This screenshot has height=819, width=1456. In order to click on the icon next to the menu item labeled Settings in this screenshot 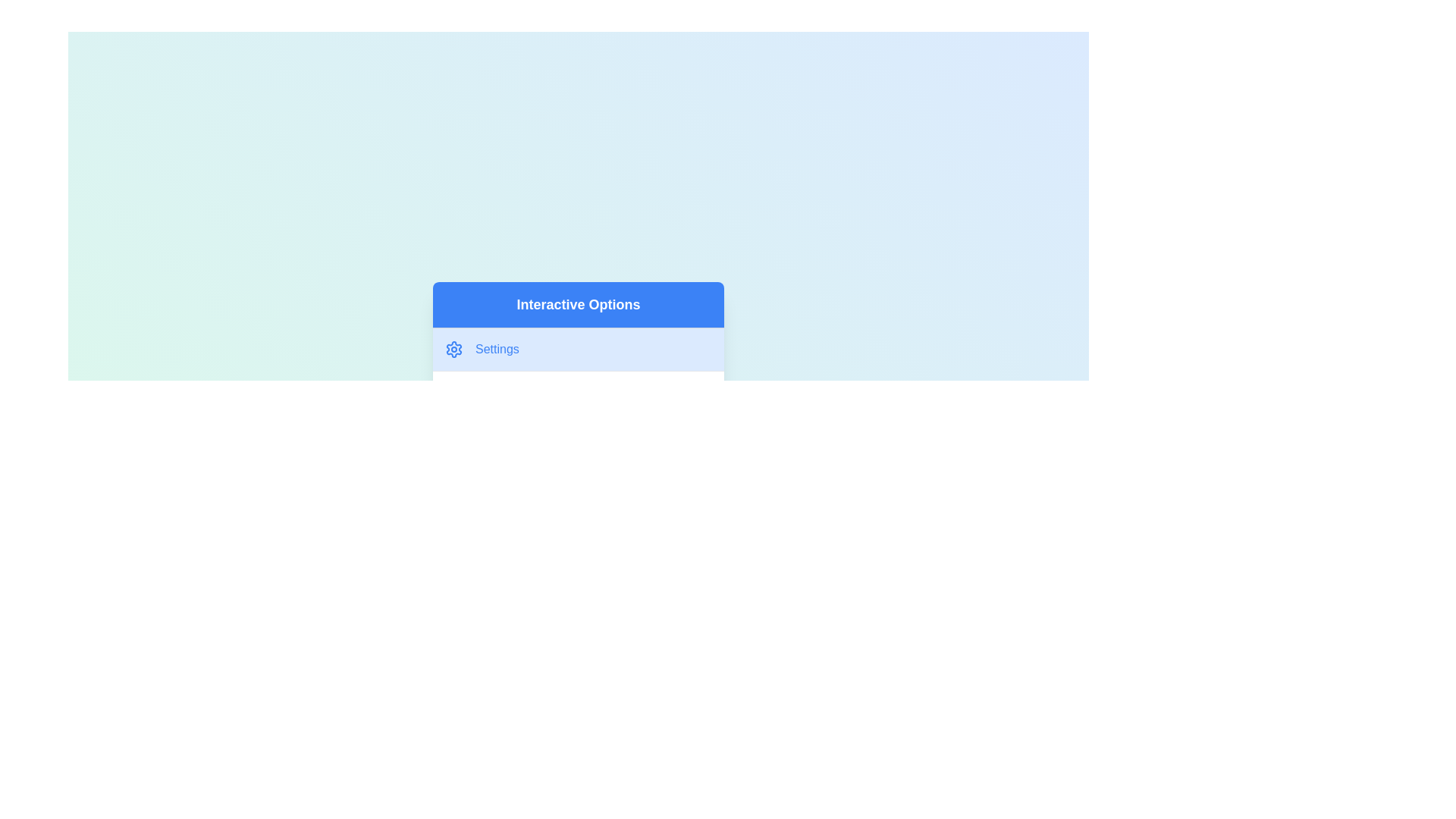, I will do `click(453, 350)`.